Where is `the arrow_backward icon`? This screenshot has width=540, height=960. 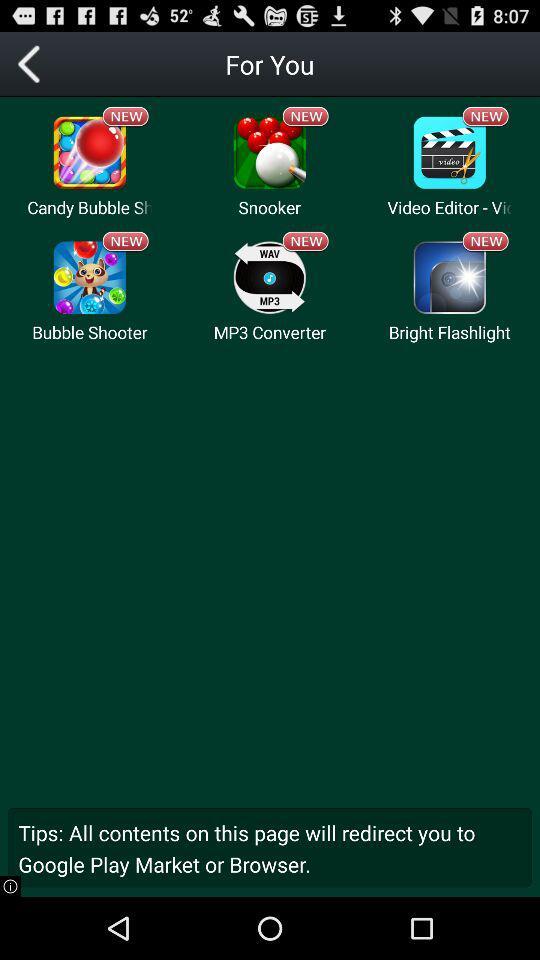 the arrow_backward icon is located at coordinates (31, 68).